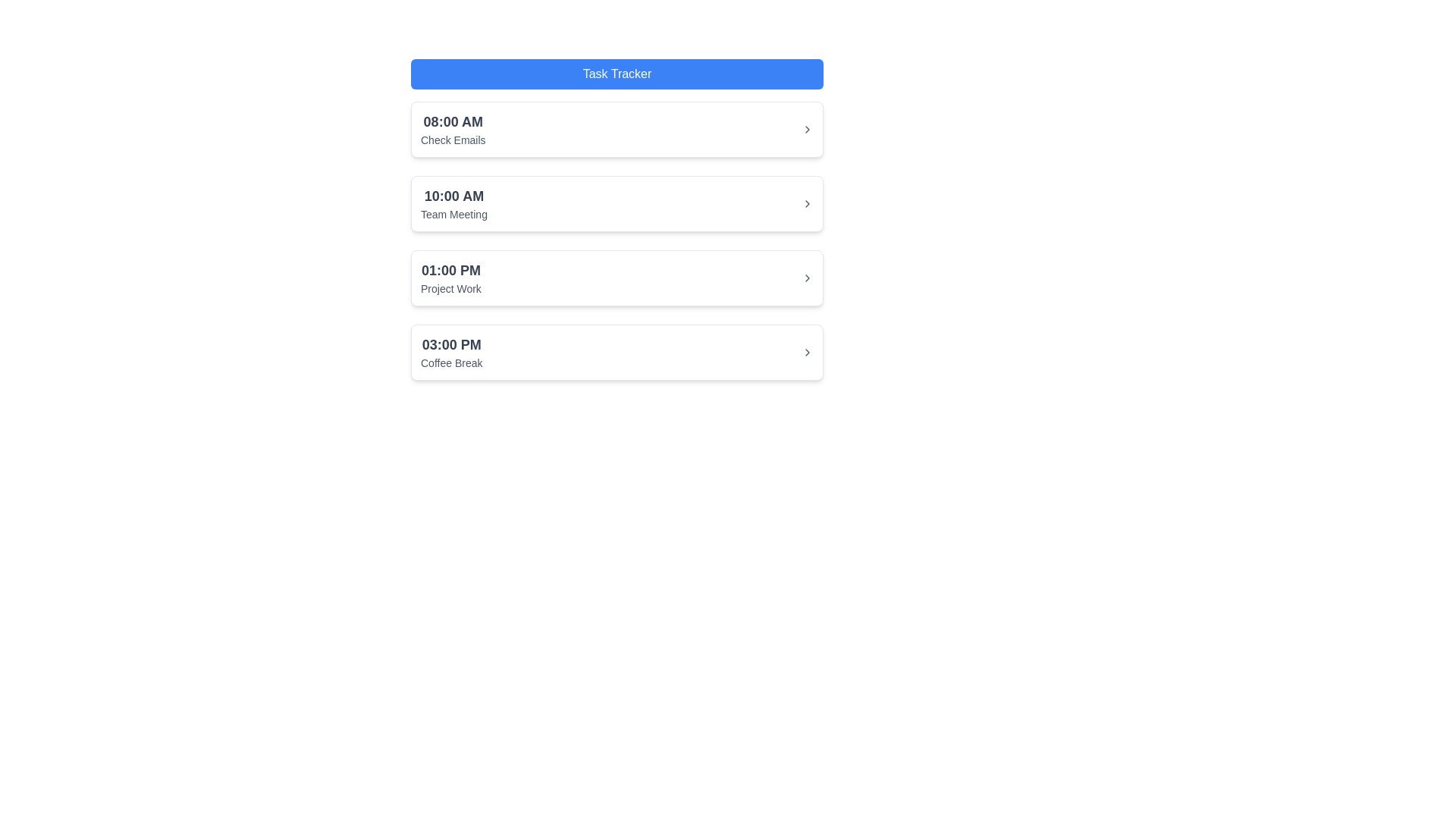  I want to click on the Text Label that displays the start time of the associated task, located at the top left of the first task entry, above the 'Check Emails' text, so click(452, 121).